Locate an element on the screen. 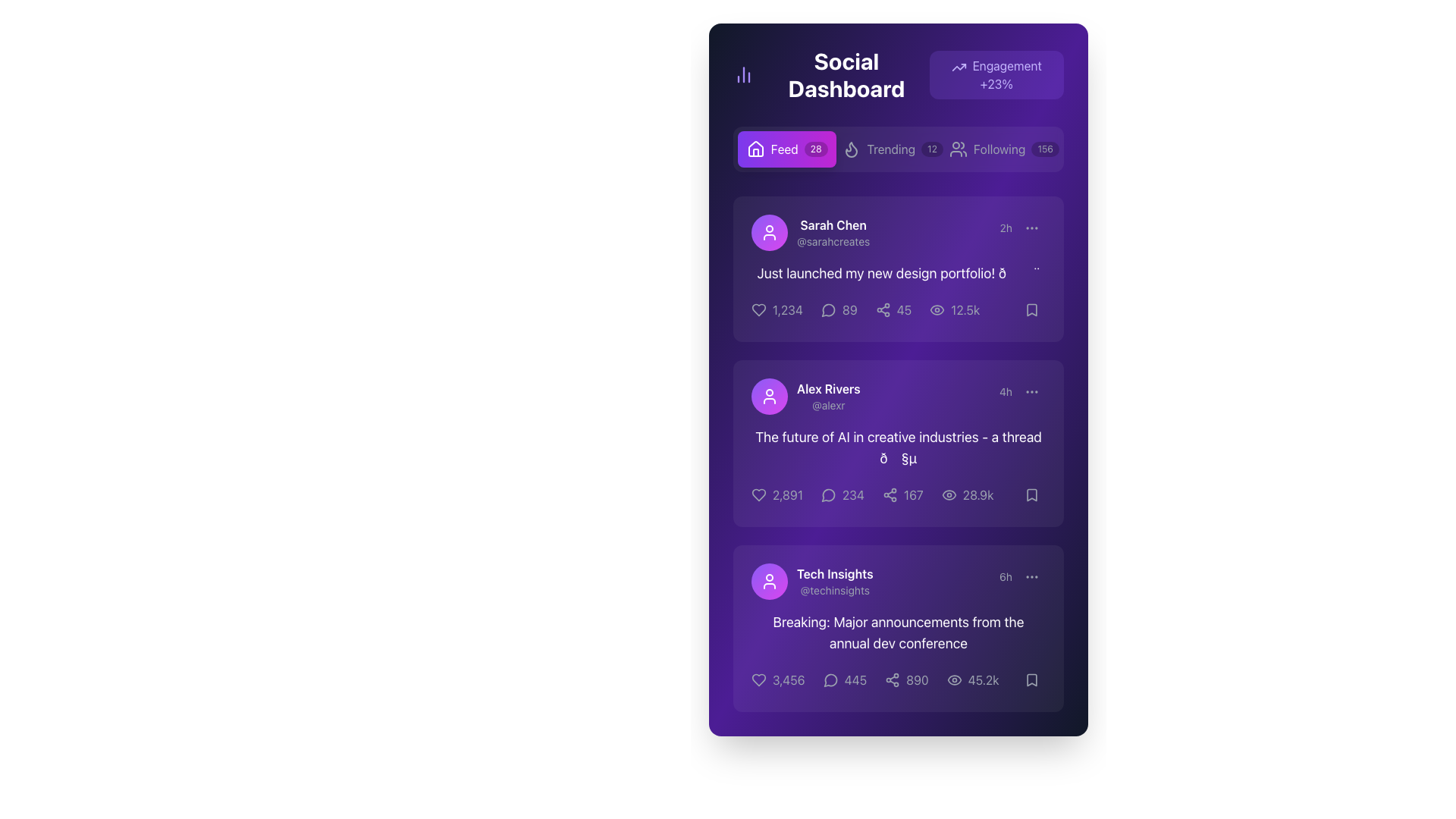 Image resolution: width=1456 pixels, height=819 pixels. the violet bar chart icon located to the left of the 'Social Dashboard' text in the header section is located at coordinates (744, 75).